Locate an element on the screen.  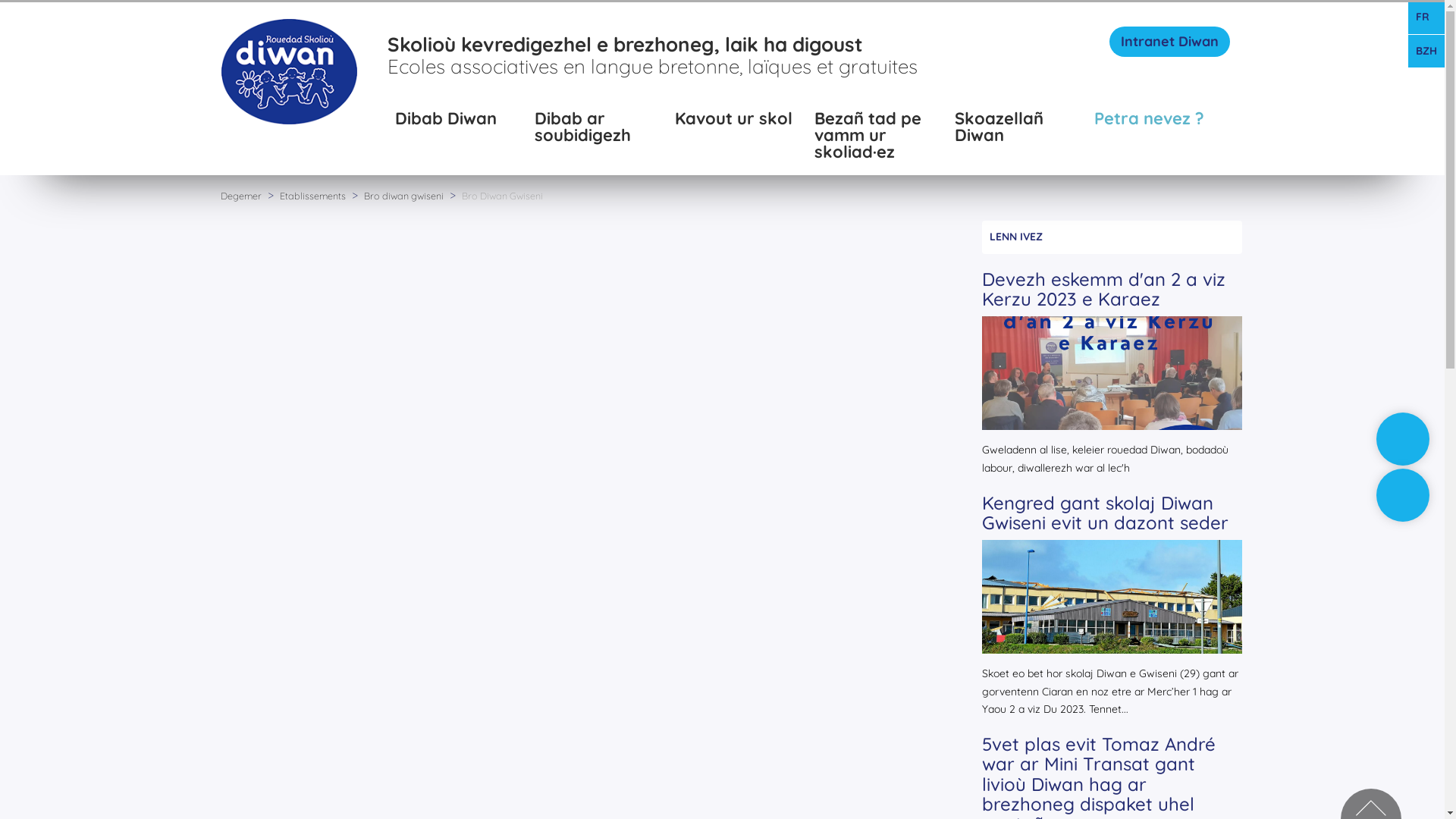
'Dibab ar soubidigezh' is located at coordinates (596, 127).